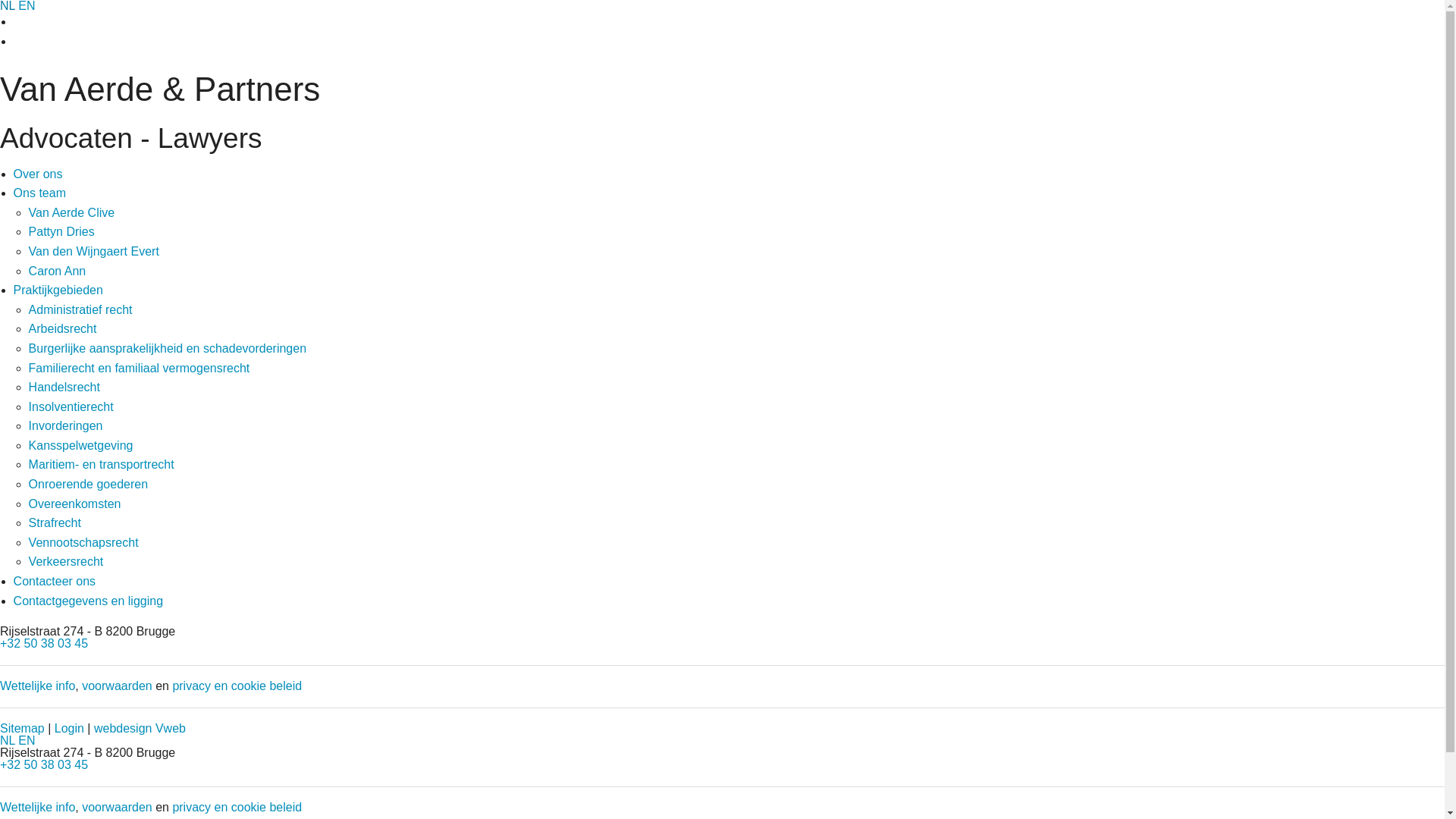 The width and height of the screenshot is (1456, 819). Describe the element at coordinates (43, 764) in the screenshot. I see `'+32 50 38 03 45'` at that location.